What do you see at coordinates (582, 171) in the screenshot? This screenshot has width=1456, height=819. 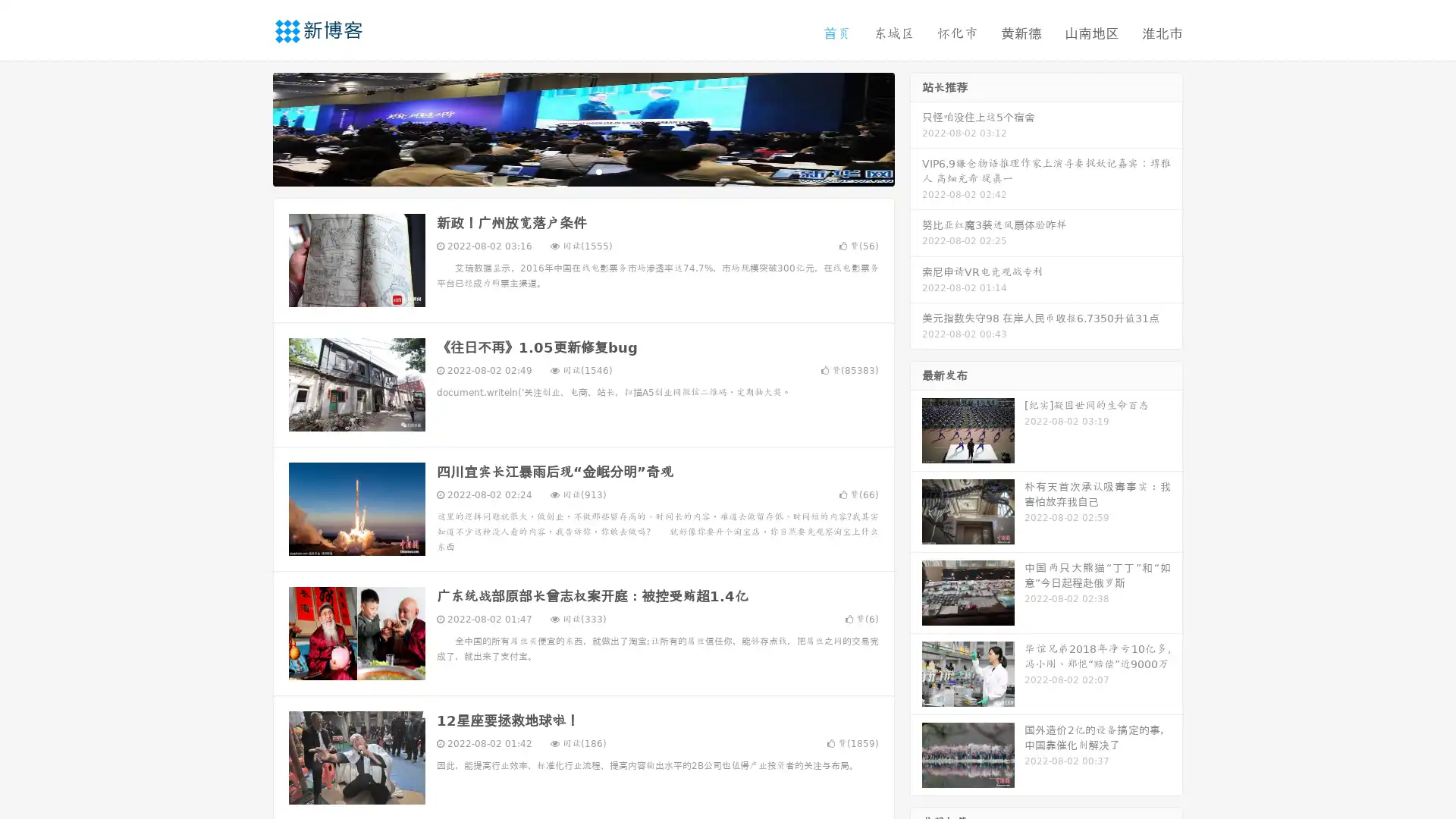 I see `Go to slide 2` at bounding box center [582, 171].